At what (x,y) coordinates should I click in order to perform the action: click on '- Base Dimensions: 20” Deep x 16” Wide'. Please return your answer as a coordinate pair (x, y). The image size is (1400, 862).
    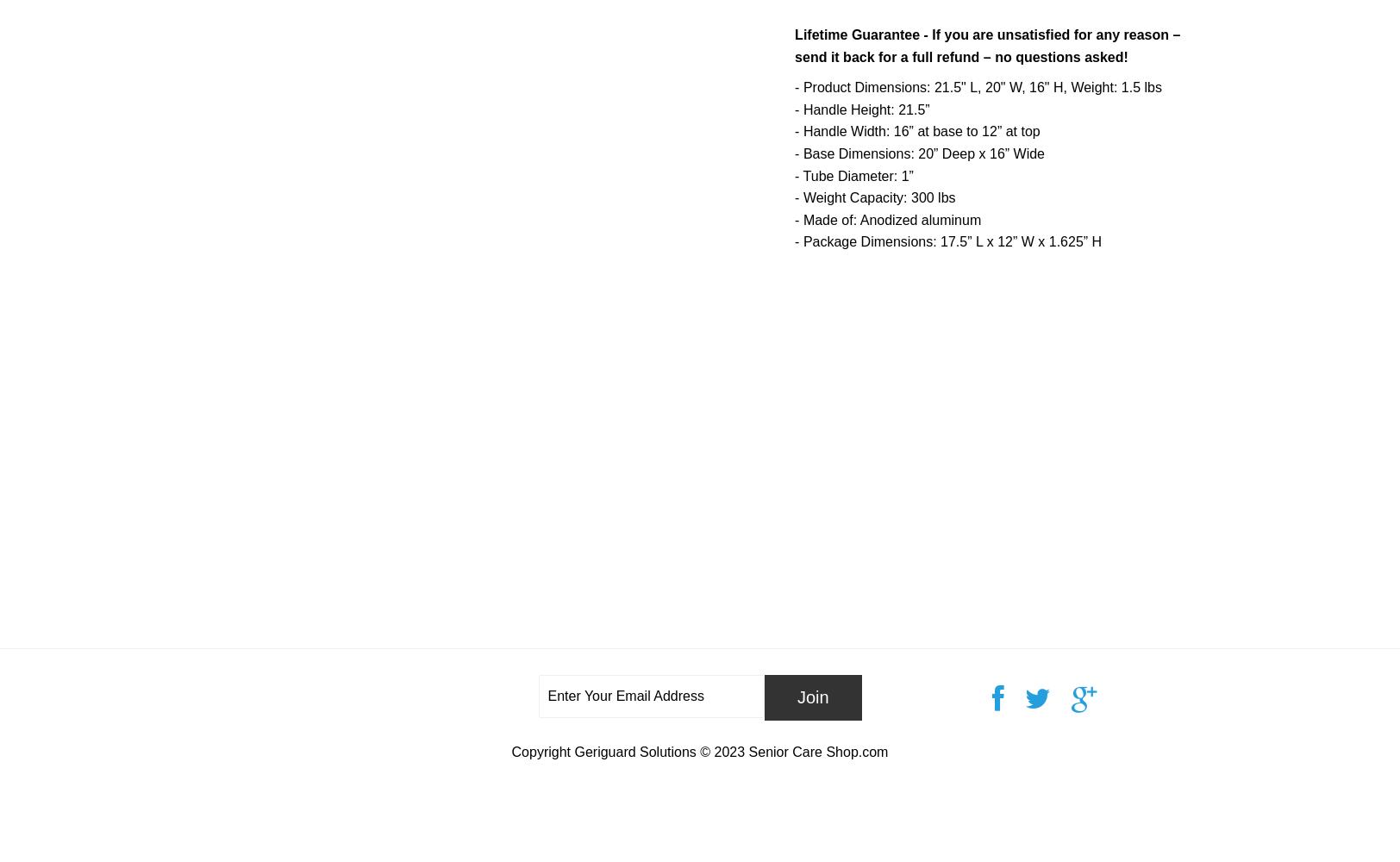
    Looking at the image, I should click on (919, 153).